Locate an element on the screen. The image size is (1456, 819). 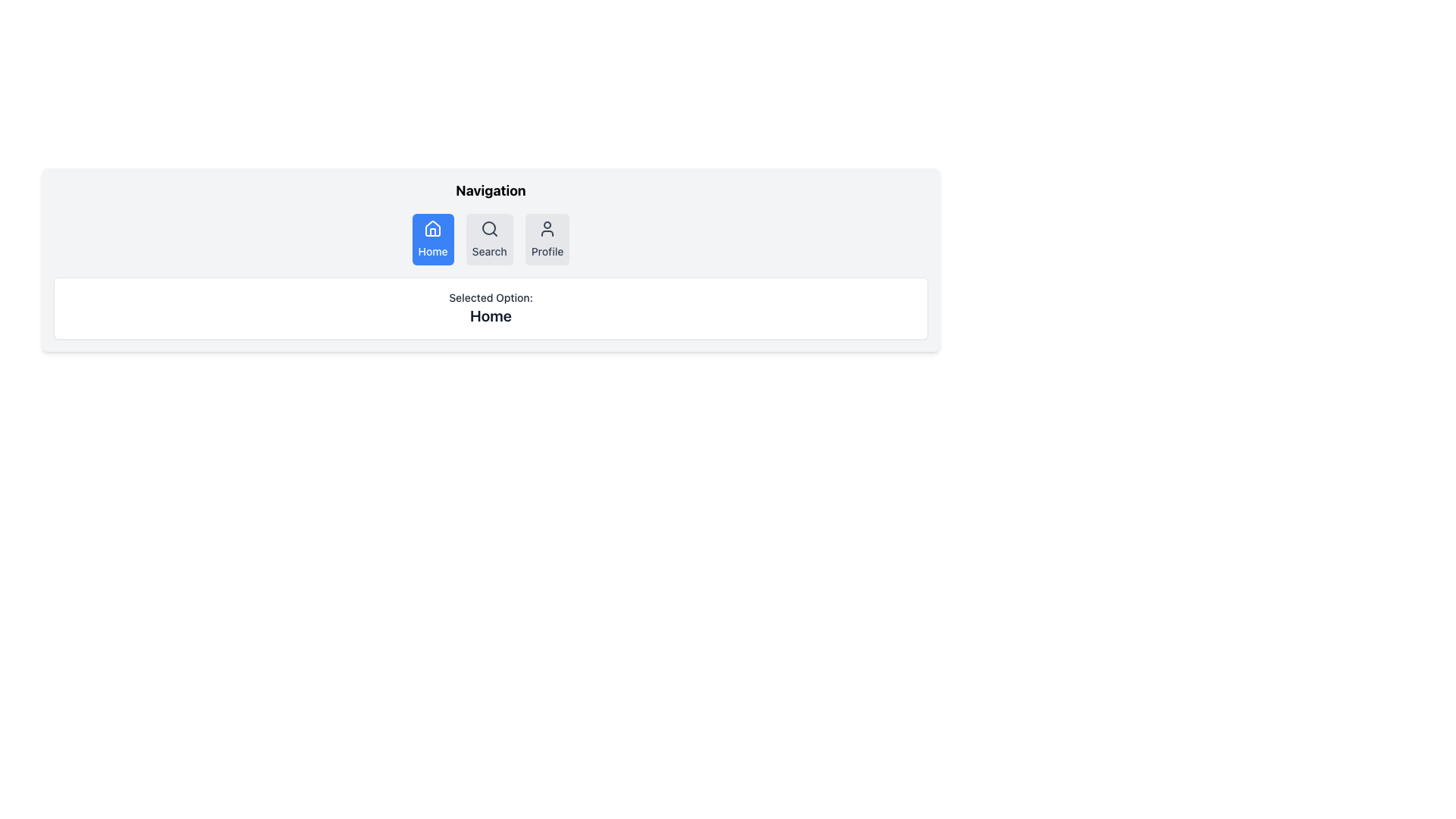
the static text label 'Search' located at the lower portion of the button in the navigation bar, which is the second button in a row of three buttons is located at coordinates (489, 250).